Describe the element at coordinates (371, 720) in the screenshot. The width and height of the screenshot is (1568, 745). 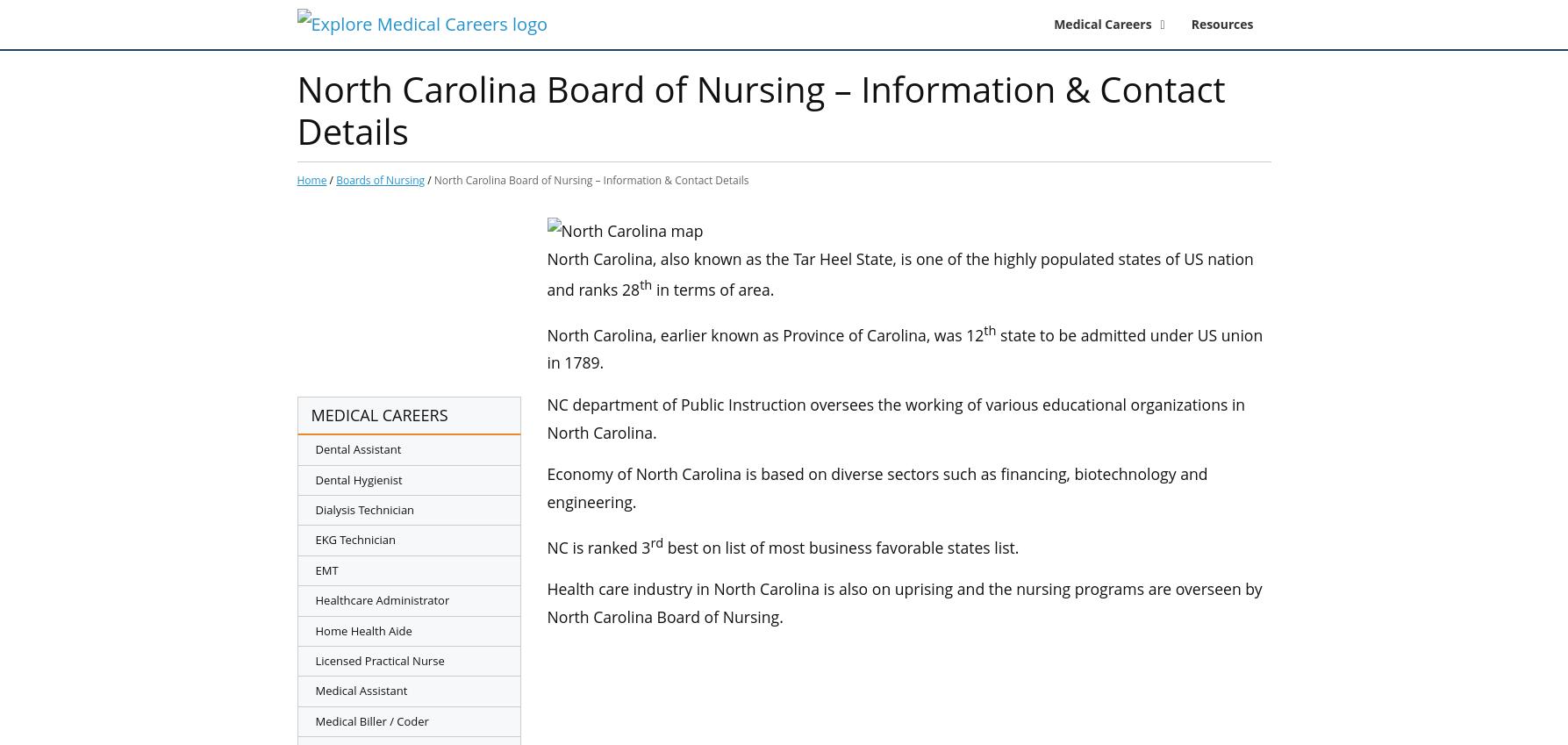
I see `'Medical Biller / Coder'` at that location.